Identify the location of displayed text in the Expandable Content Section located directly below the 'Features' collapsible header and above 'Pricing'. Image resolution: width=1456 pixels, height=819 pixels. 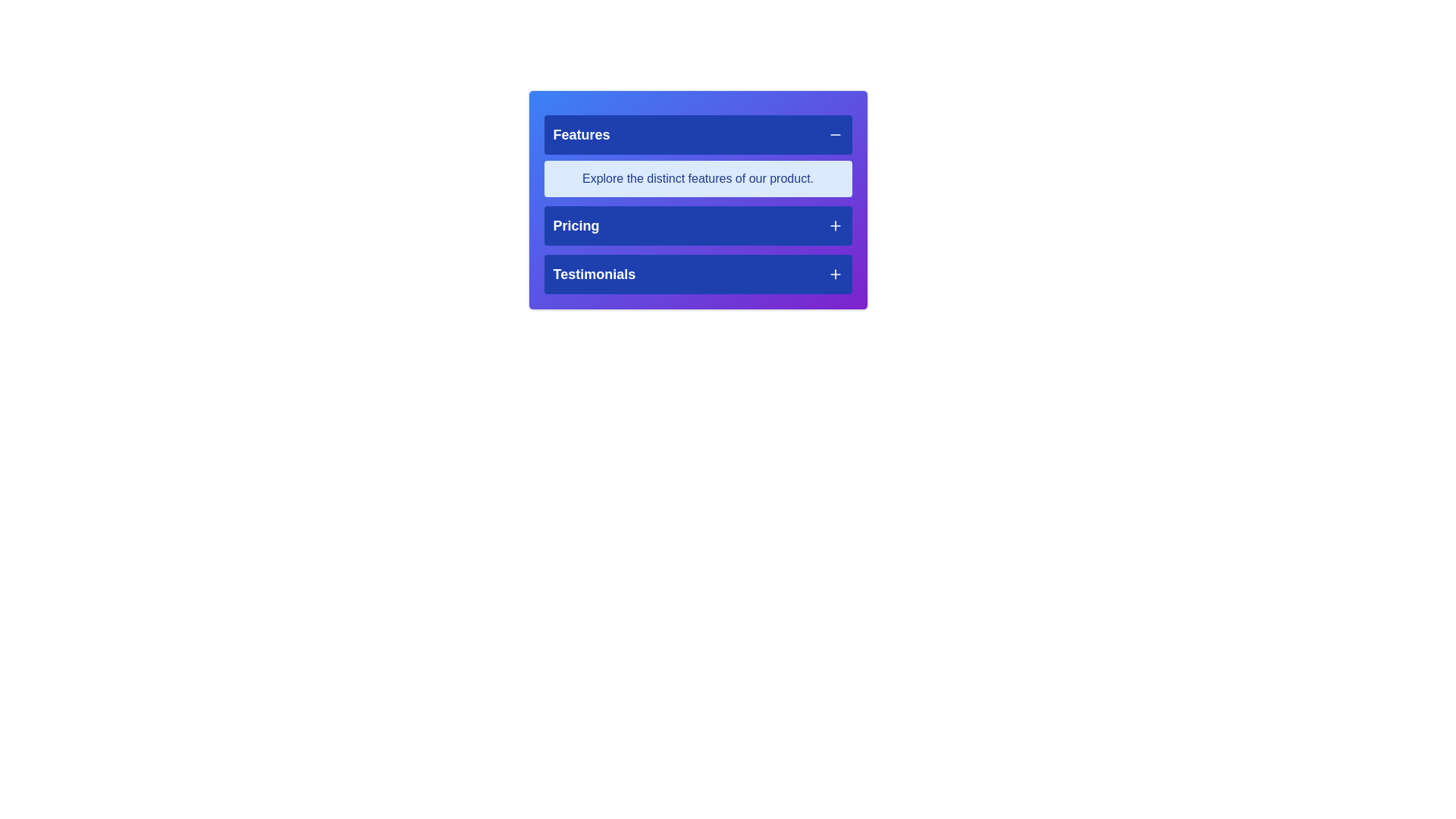
(697, 155).